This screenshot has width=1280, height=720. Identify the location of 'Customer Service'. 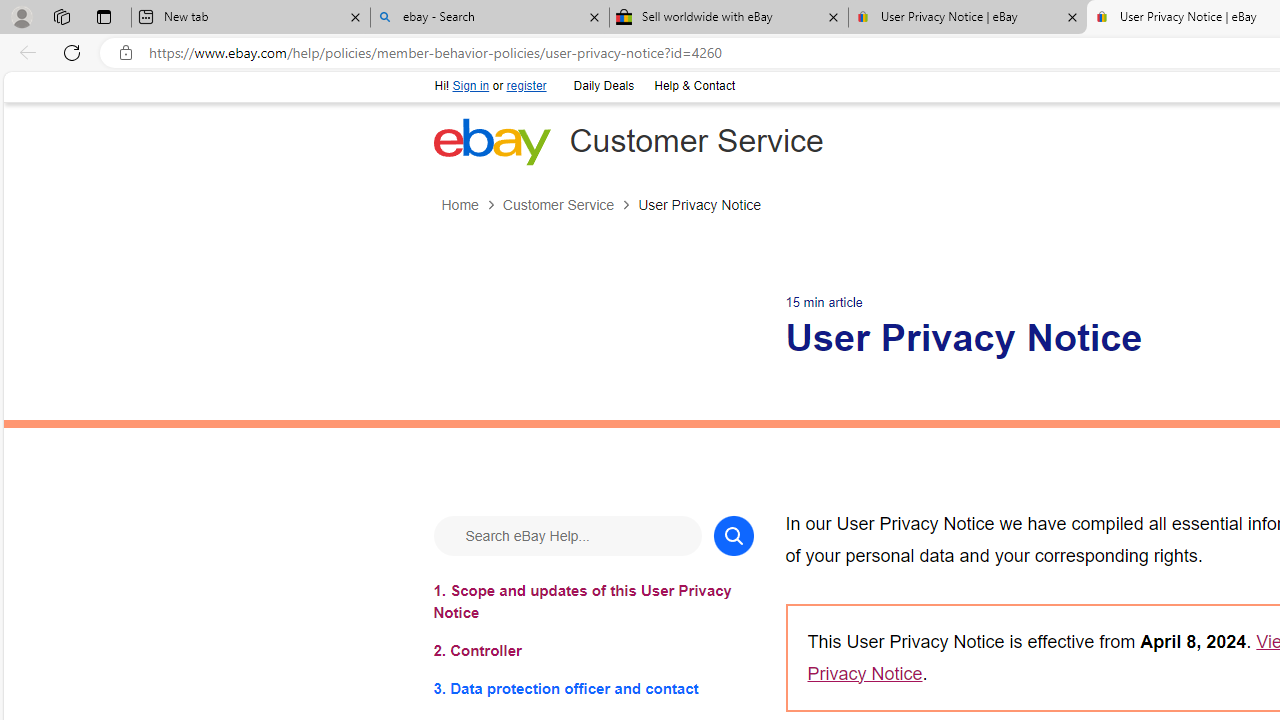
(569, 205).